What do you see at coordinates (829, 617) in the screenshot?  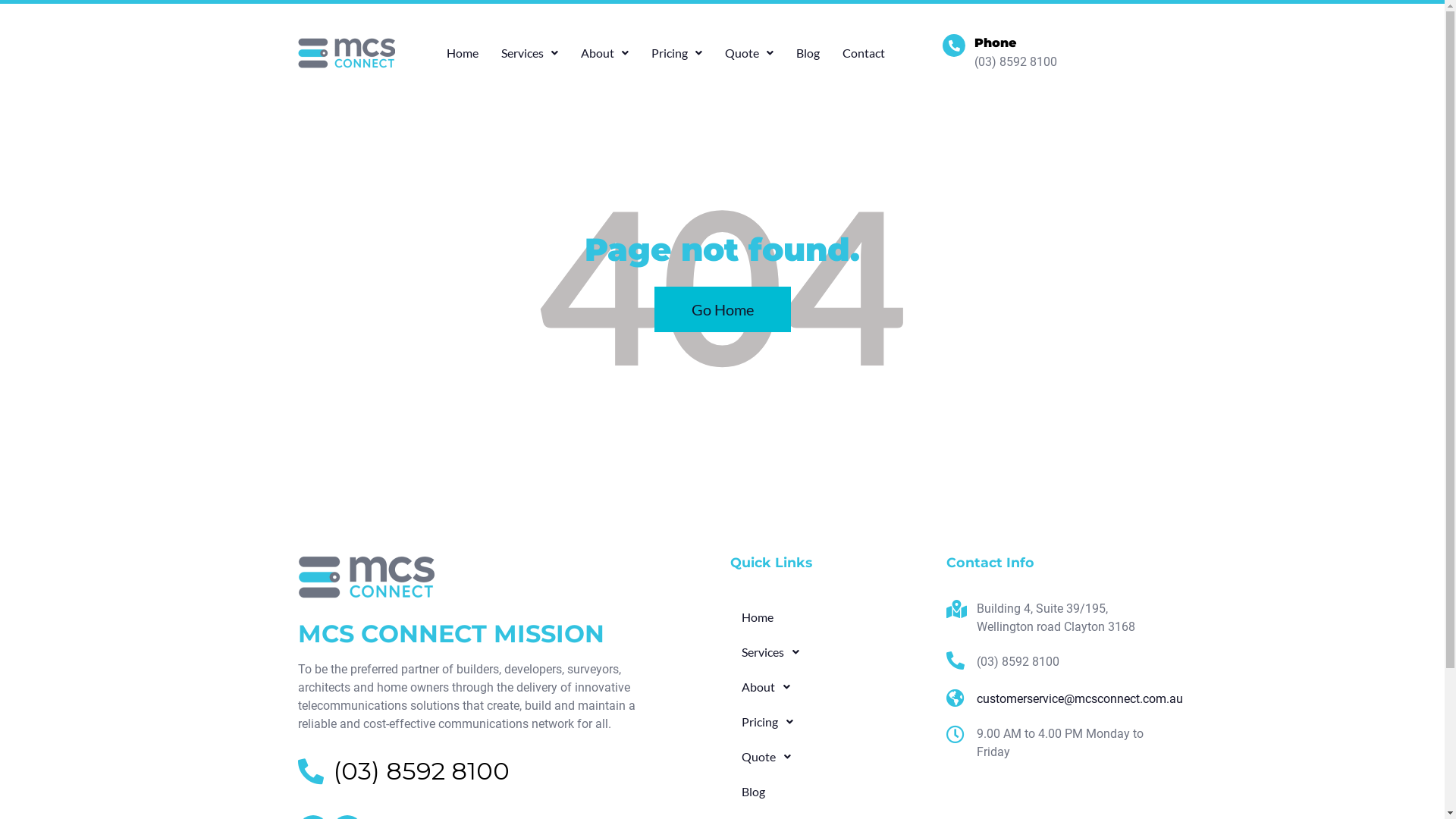 I see `'Home'` at bounding box center [829, 617].